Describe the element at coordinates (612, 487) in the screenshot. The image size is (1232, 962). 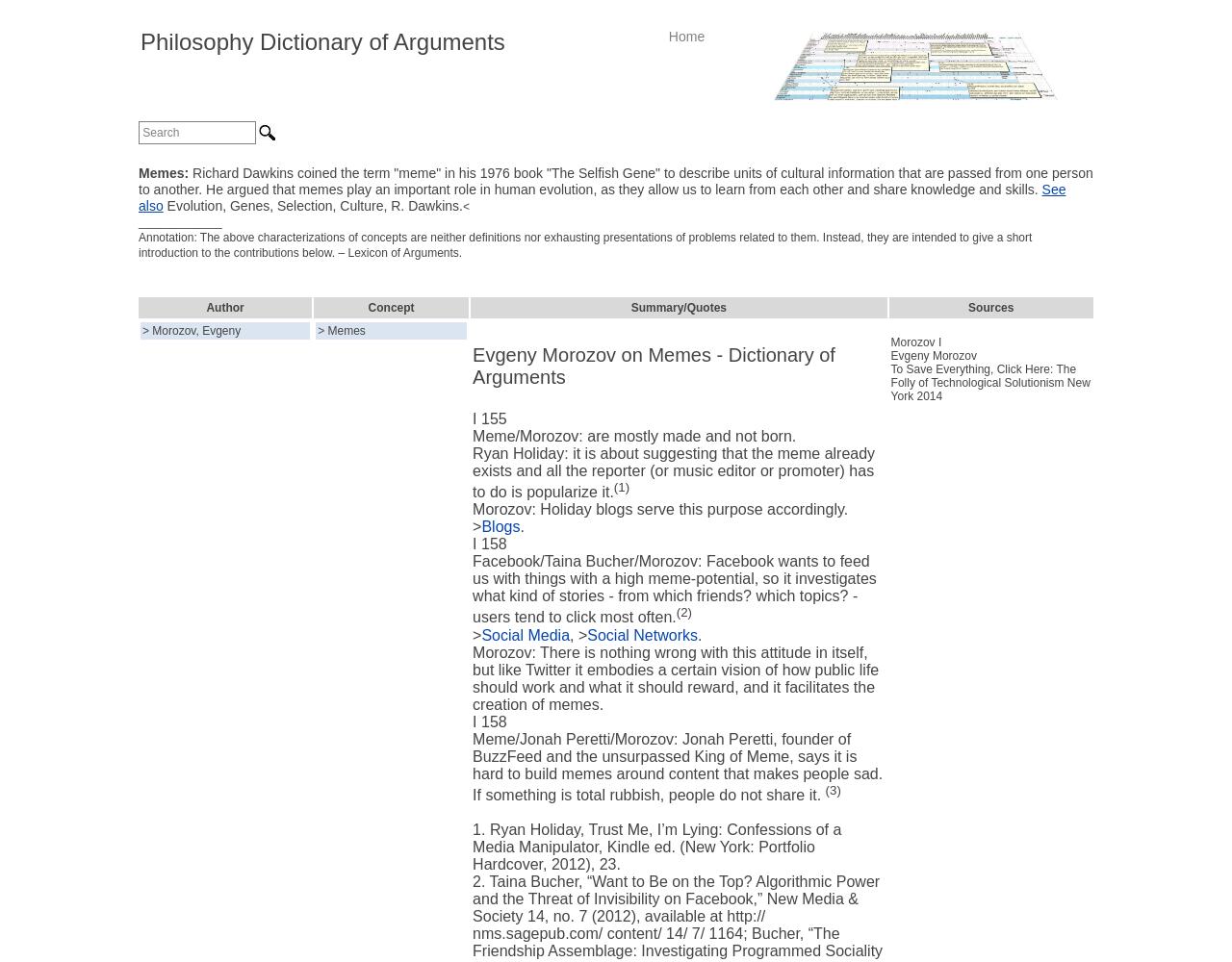
I see `'(1)'` at that location.